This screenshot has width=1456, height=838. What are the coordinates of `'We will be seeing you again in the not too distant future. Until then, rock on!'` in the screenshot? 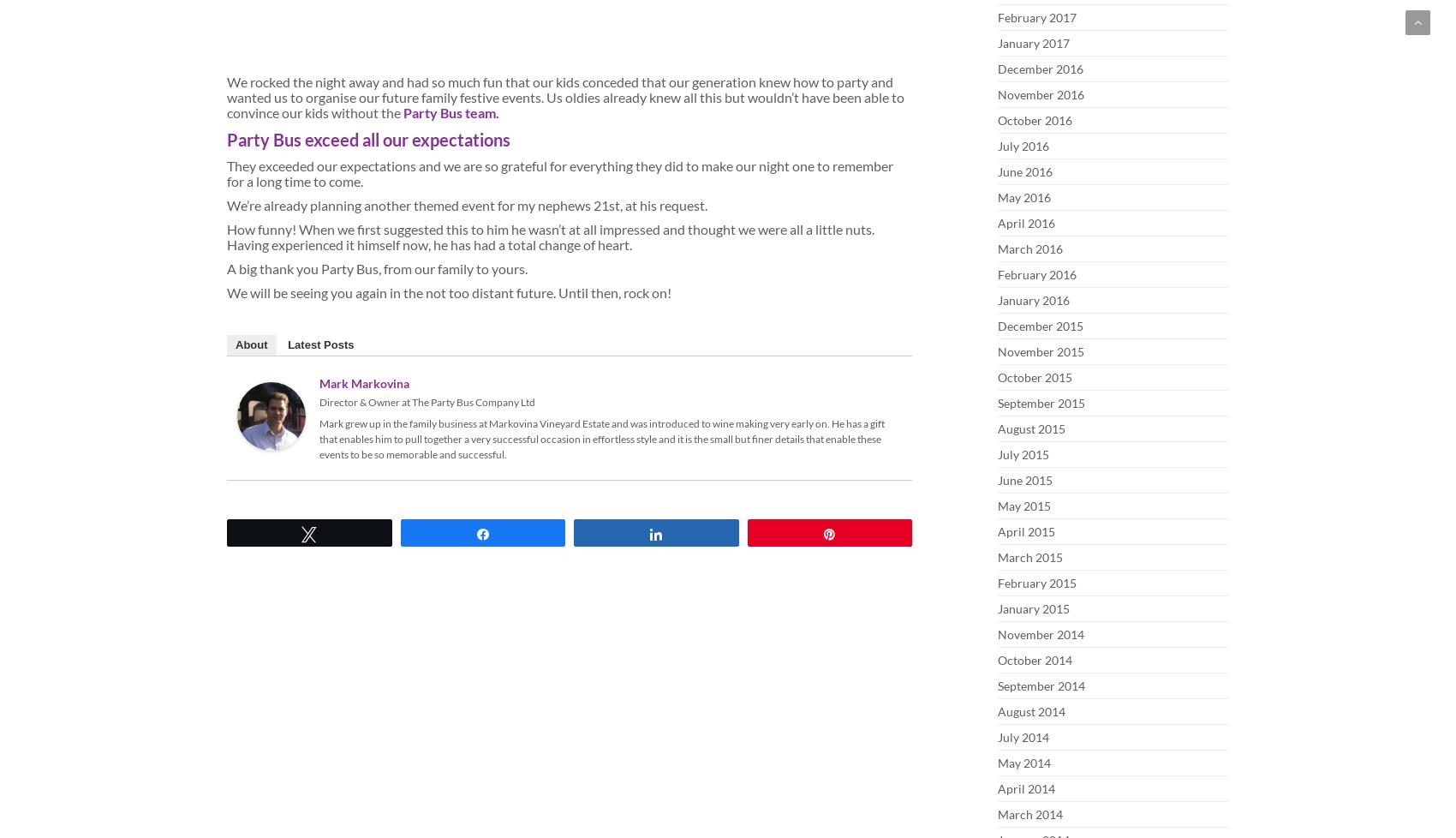 It's located at (449, 291).